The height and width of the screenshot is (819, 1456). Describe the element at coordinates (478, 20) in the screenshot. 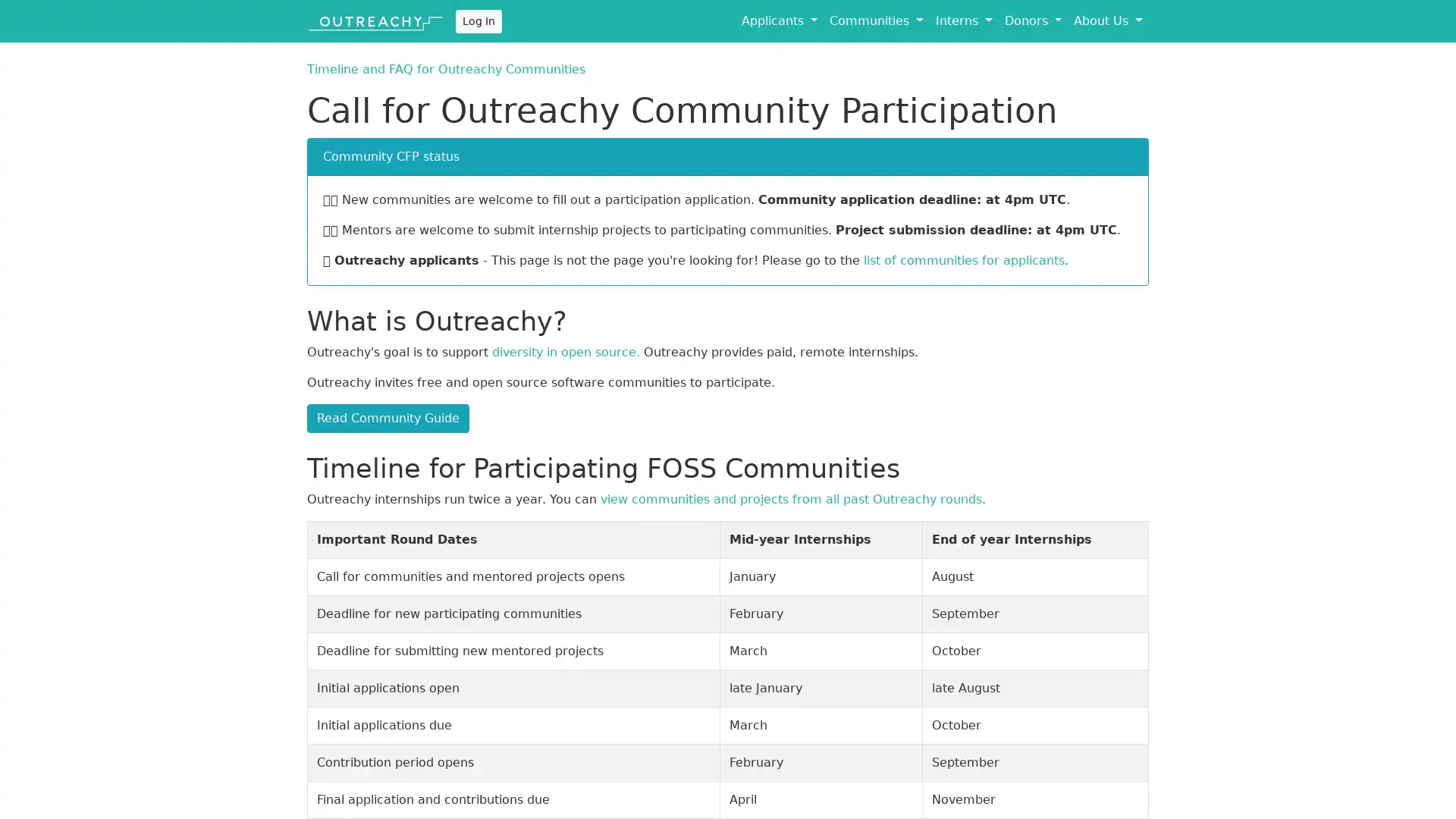

I see `Log In` at that location.